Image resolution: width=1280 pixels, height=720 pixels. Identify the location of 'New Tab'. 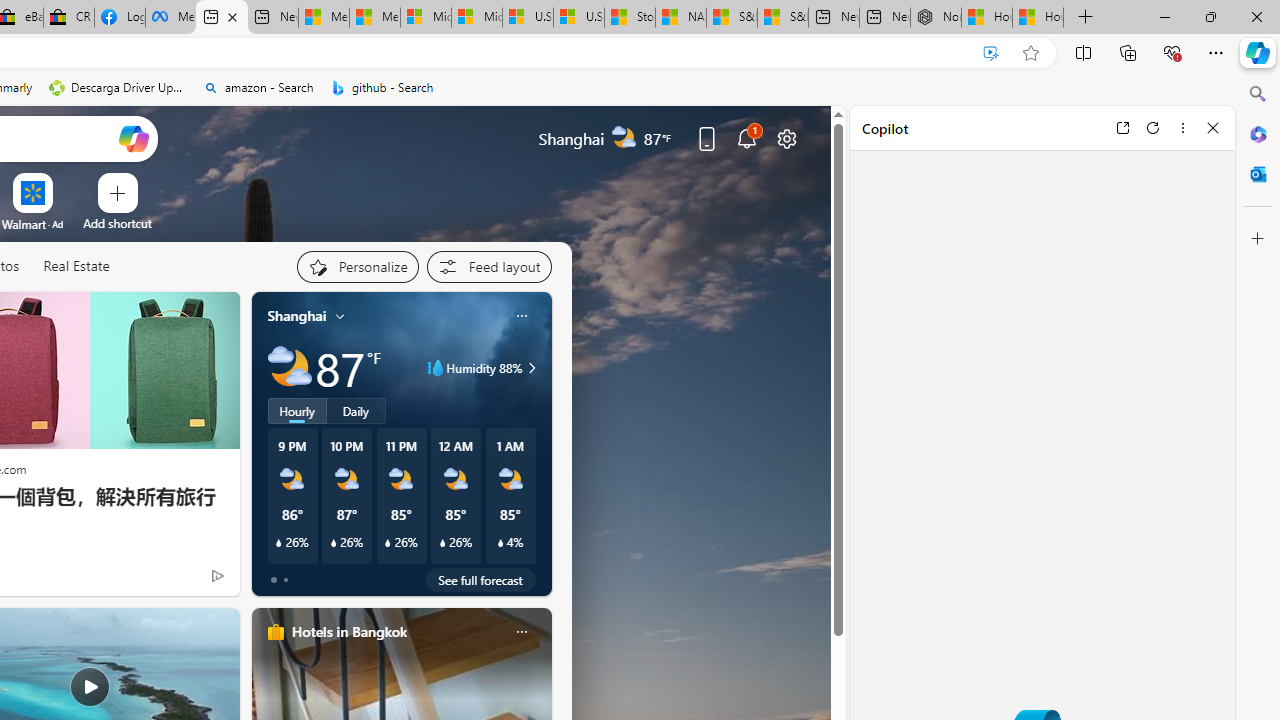
(1085, 17).